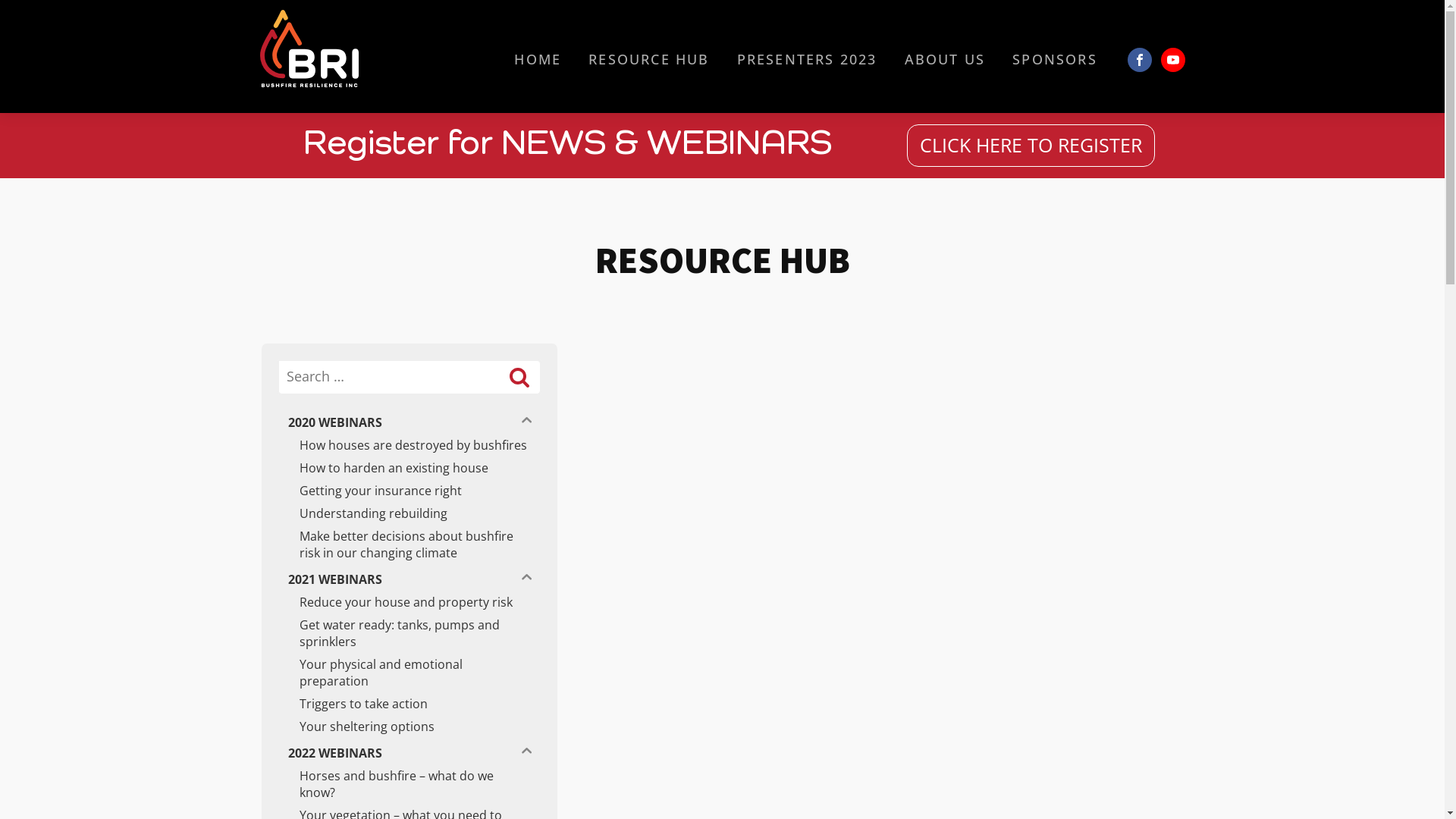 The height and width of the screenshot is (819, 1456). Describe the element at coordinates (408, 725) in the screenshot. I see `'Your sheltering options'` at that location.